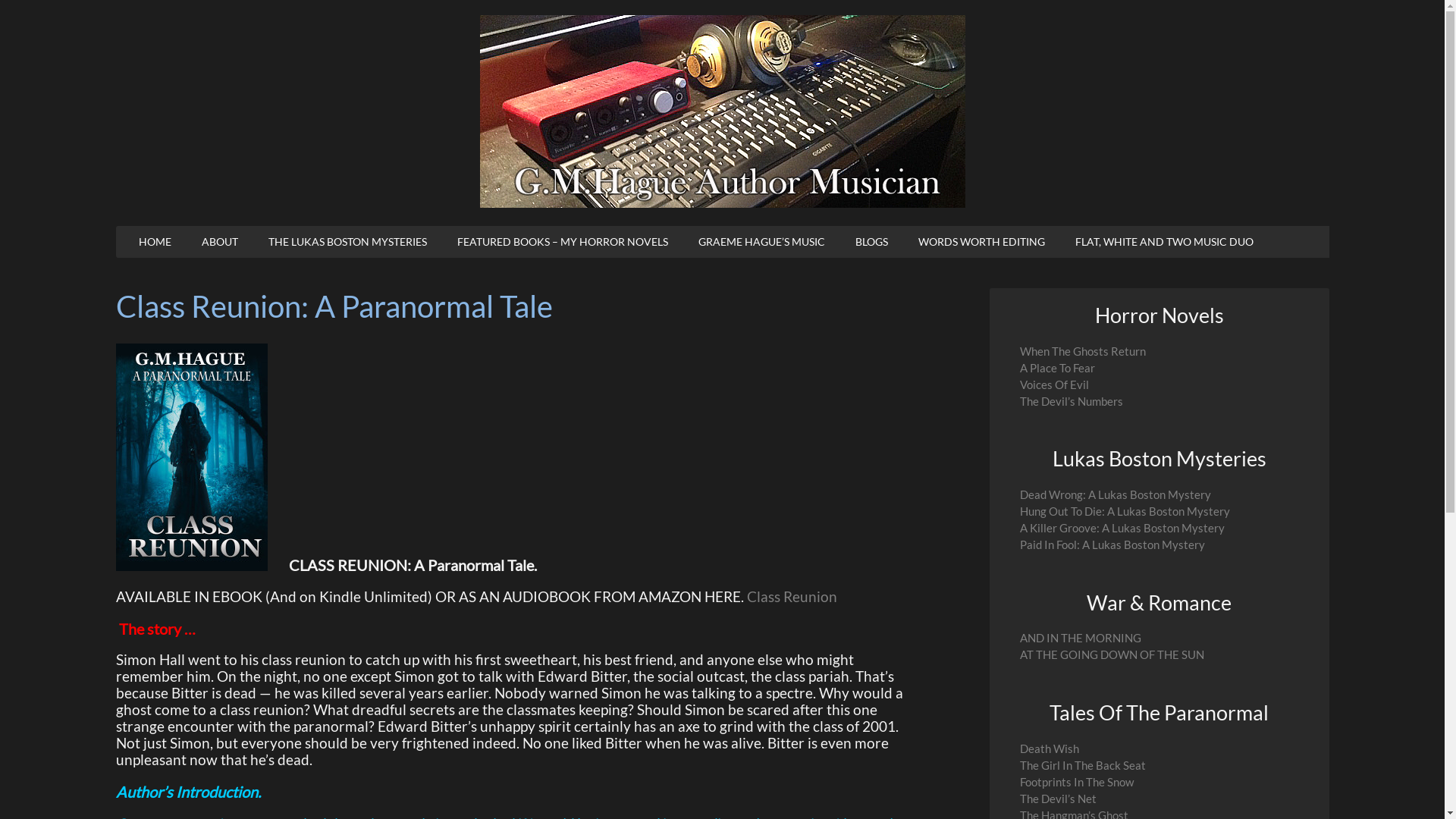 This screenshot has width=1456, height=819. What do you see at coordinates (154, 241) in the screenshot?
I see `'HOME'` at bounding box center [154, 241].